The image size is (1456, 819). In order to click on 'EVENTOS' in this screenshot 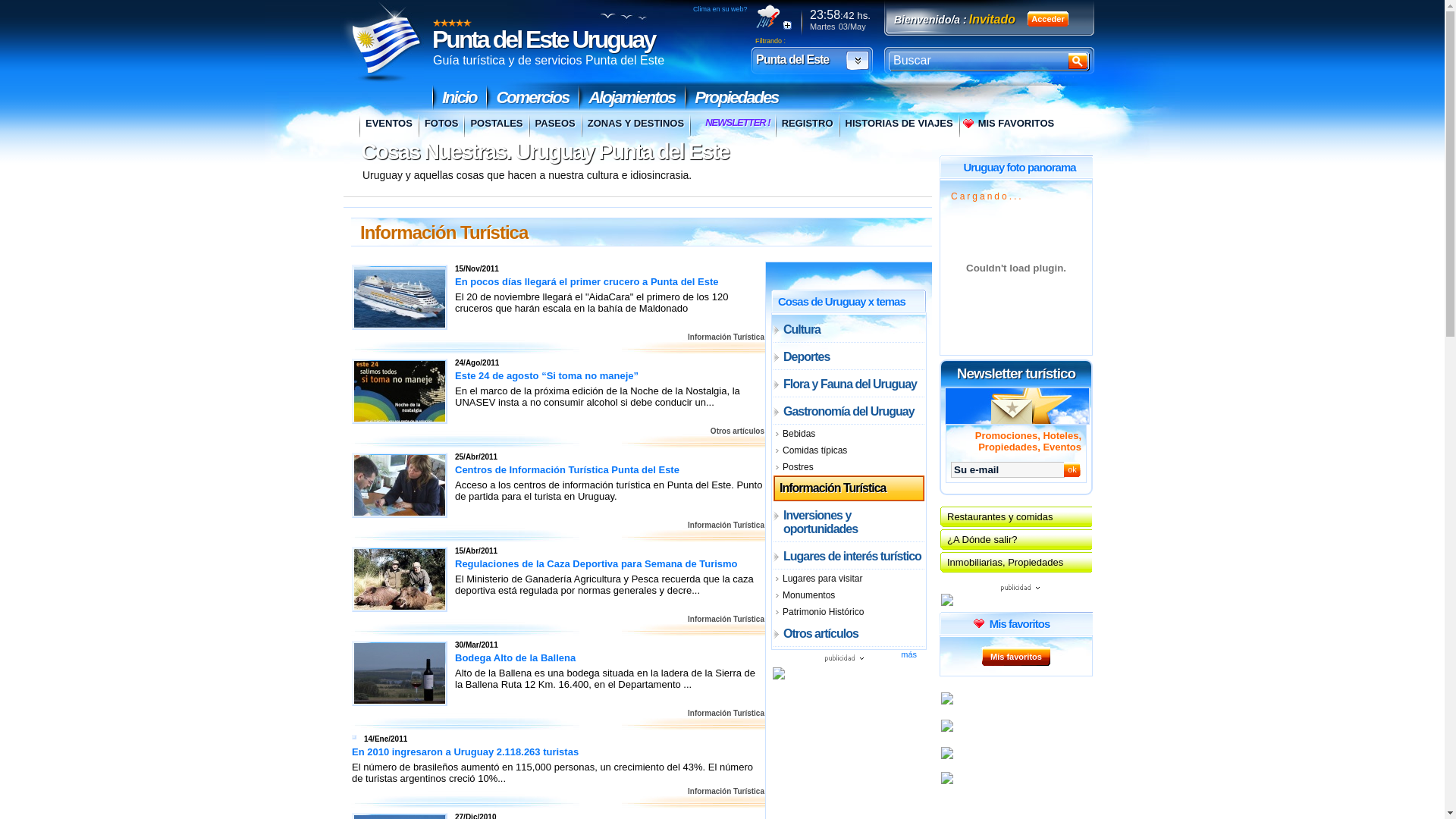, I will do `click(388, 124)`.